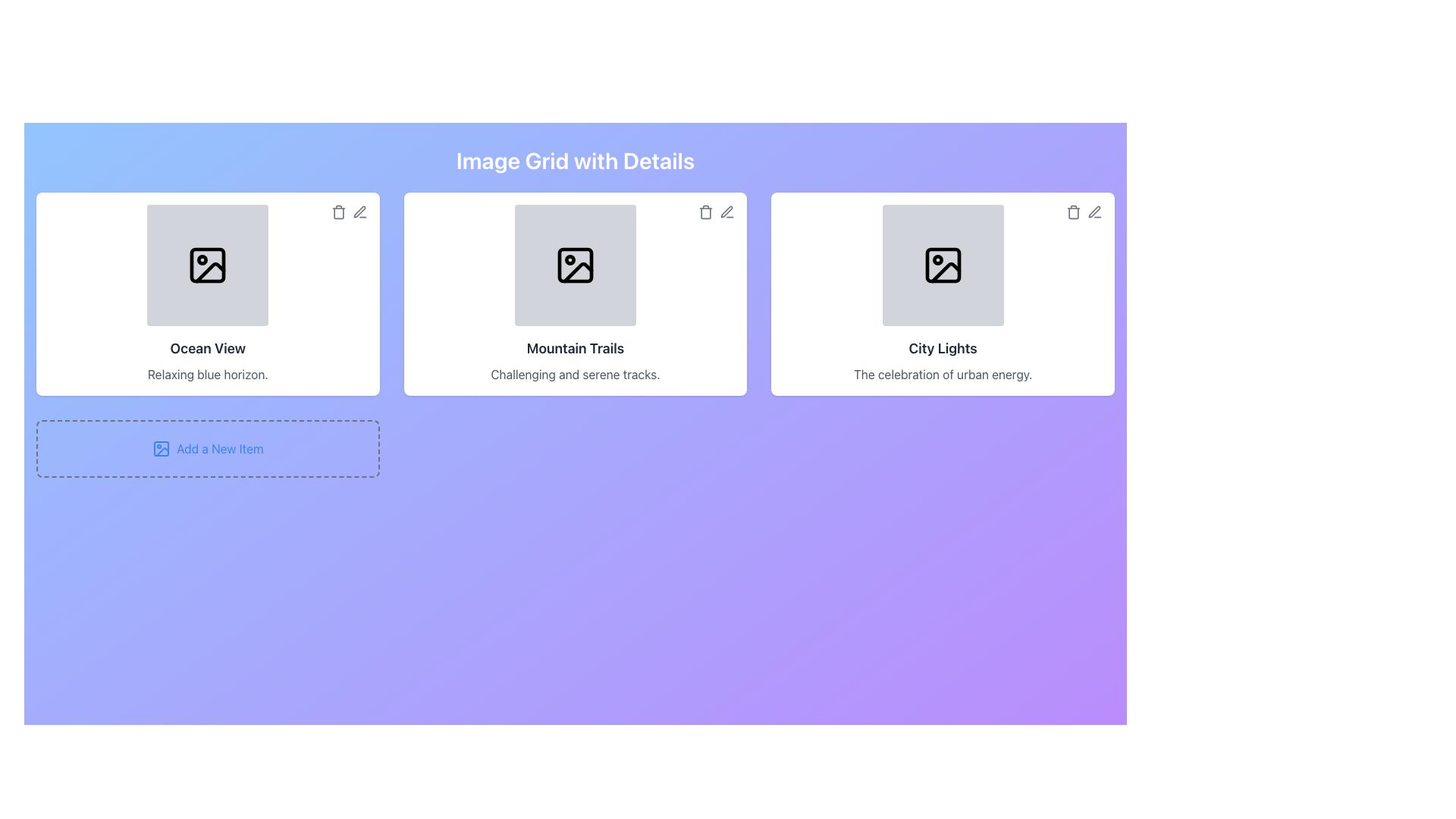 Image resolution: width=1456 pixels, height=819 pixels. I want to click on the pen-like icon button located in the top-right corner of the 'Mountain Trails' card to change its color from gray to blue, so click(726, 212).